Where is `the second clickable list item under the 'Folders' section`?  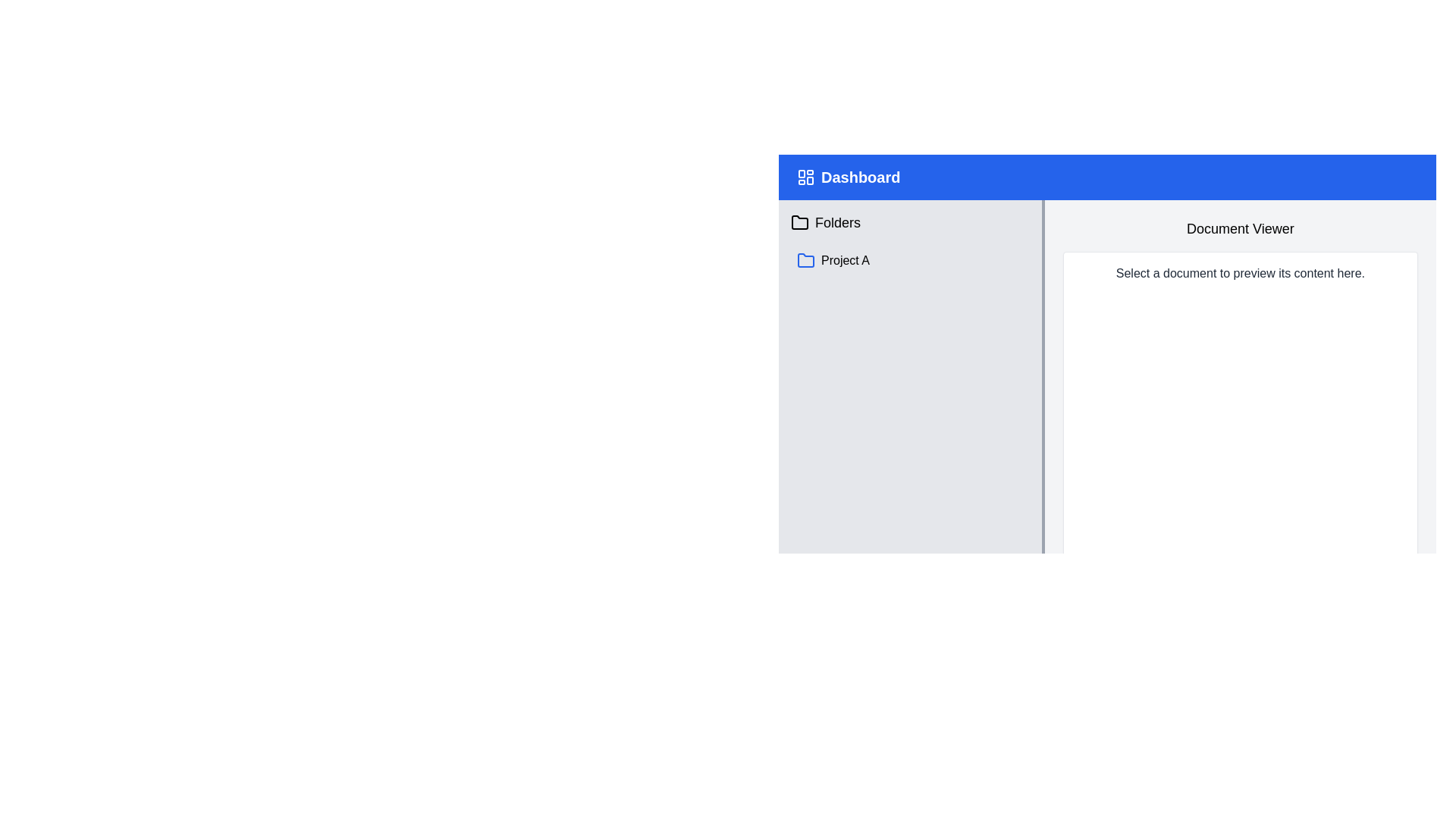
the second clickable list item under the 'Folders' section is located at coordinates (910, 260).